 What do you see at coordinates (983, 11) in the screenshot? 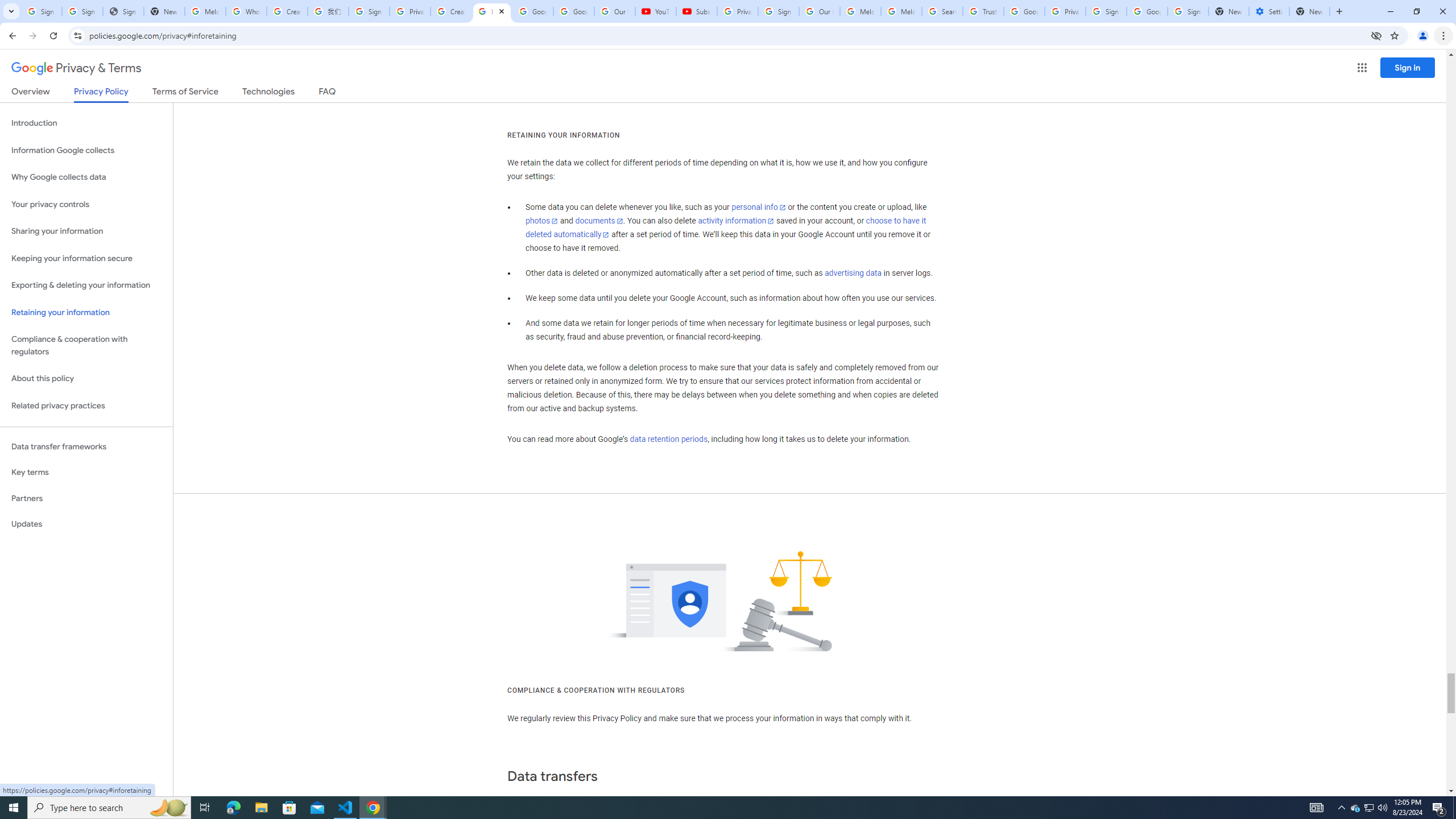
I see `'Trusted Information and Content - Google Safety Center'` at bounding box center [983, 11].